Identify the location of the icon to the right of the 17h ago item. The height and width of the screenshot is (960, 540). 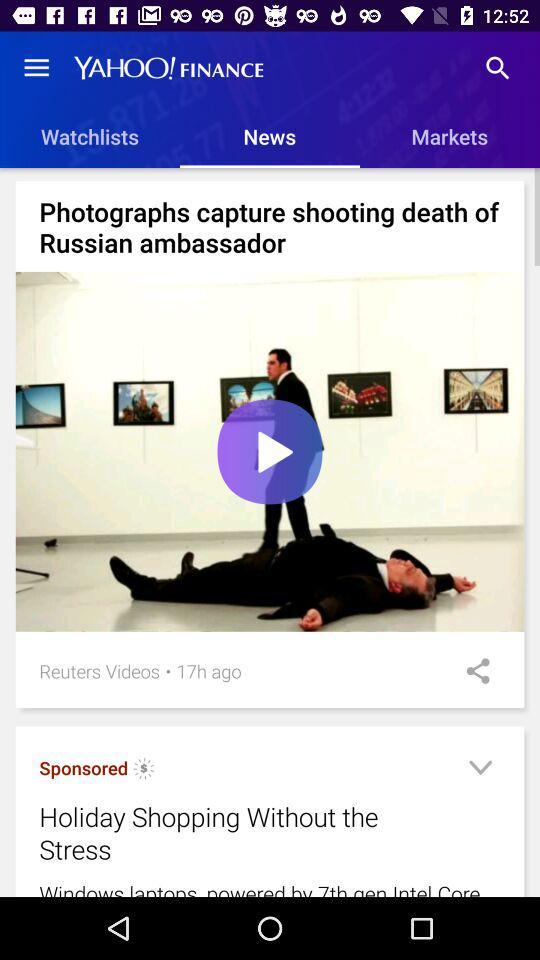
(471, 671).